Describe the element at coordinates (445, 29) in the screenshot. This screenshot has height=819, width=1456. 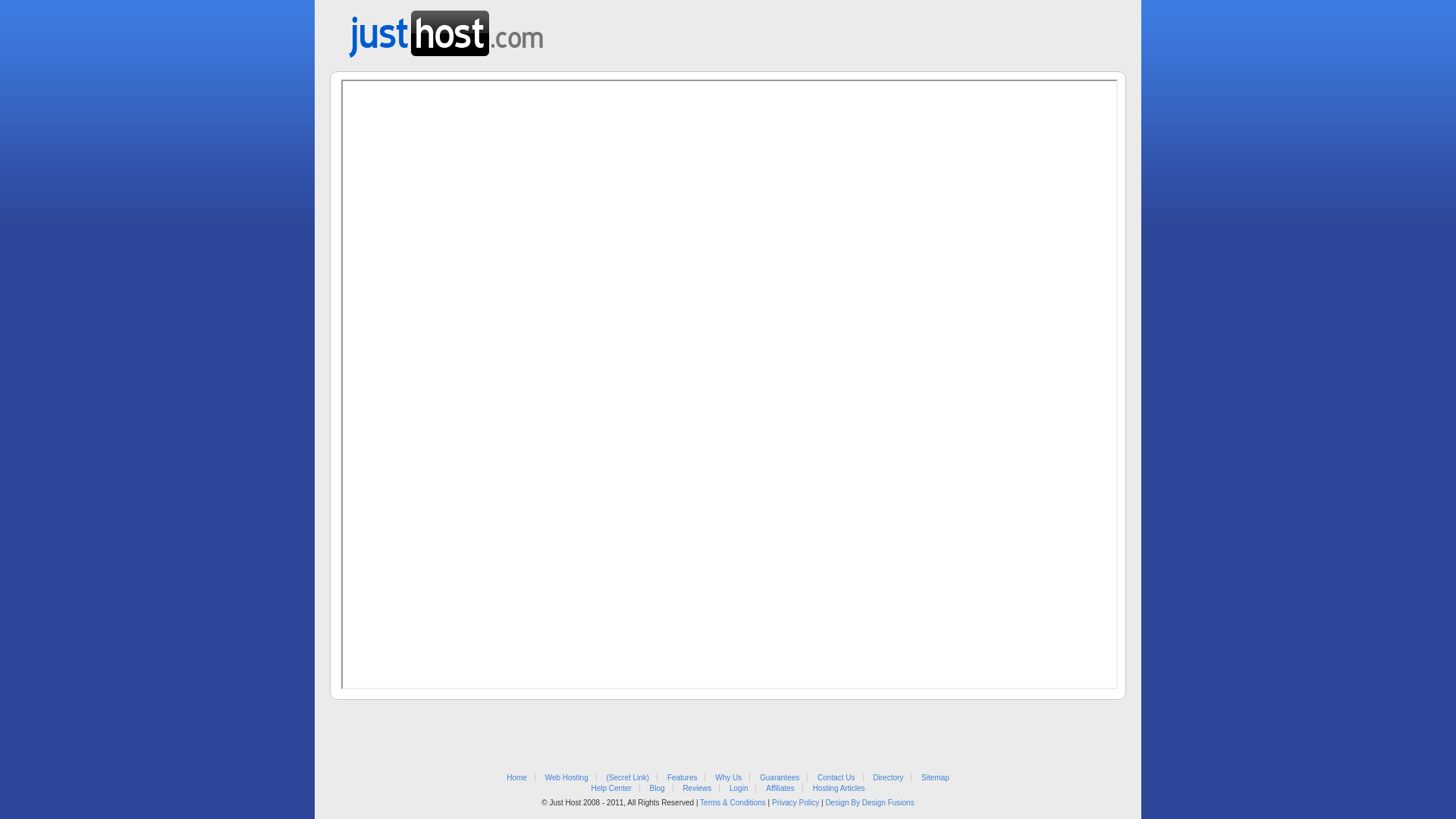
I see `'Web Hosting from Just Host'` at that location.